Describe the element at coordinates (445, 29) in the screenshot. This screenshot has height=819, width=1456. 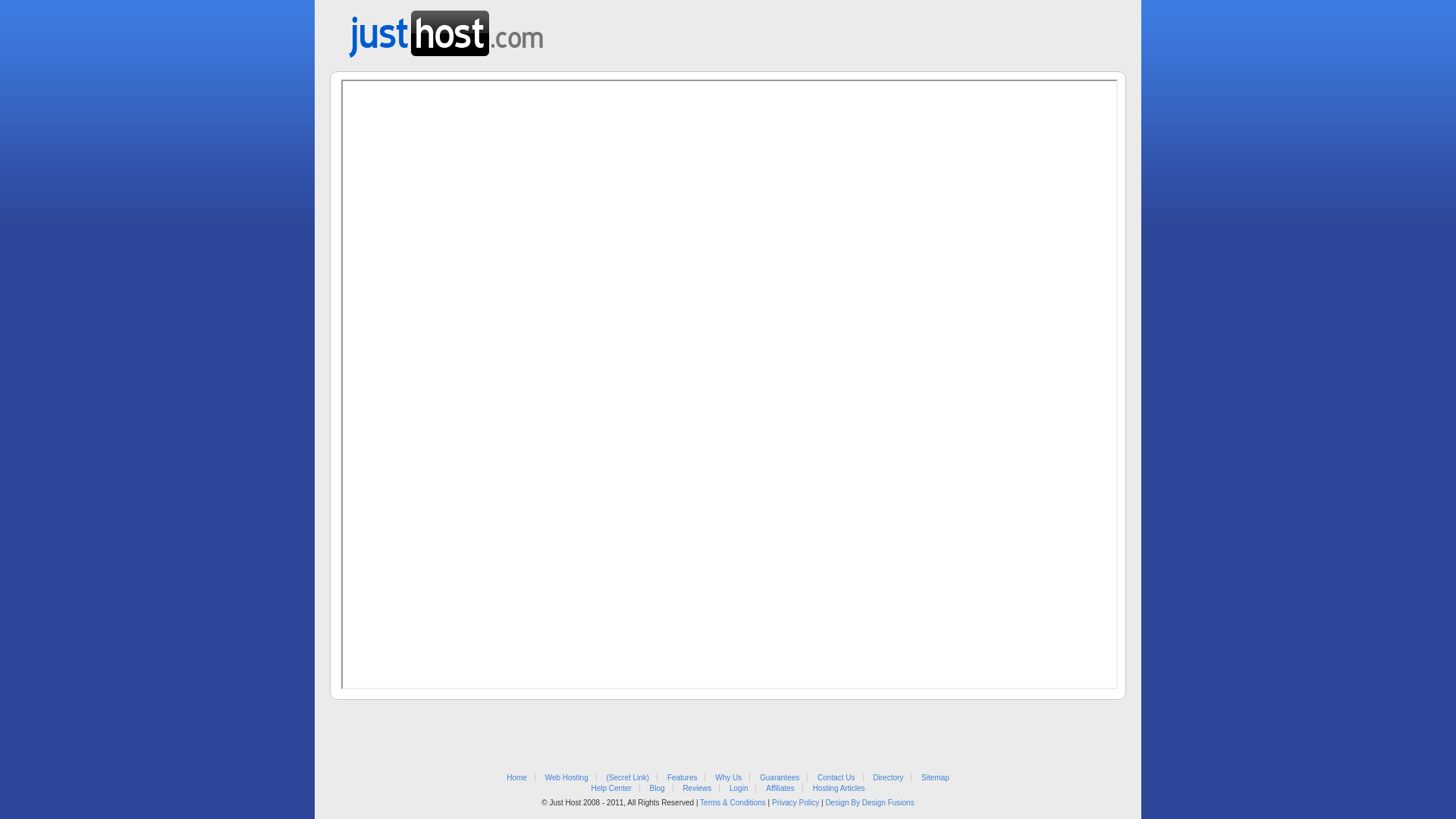
I see `'Web Hosting from Just Host'` at that location.